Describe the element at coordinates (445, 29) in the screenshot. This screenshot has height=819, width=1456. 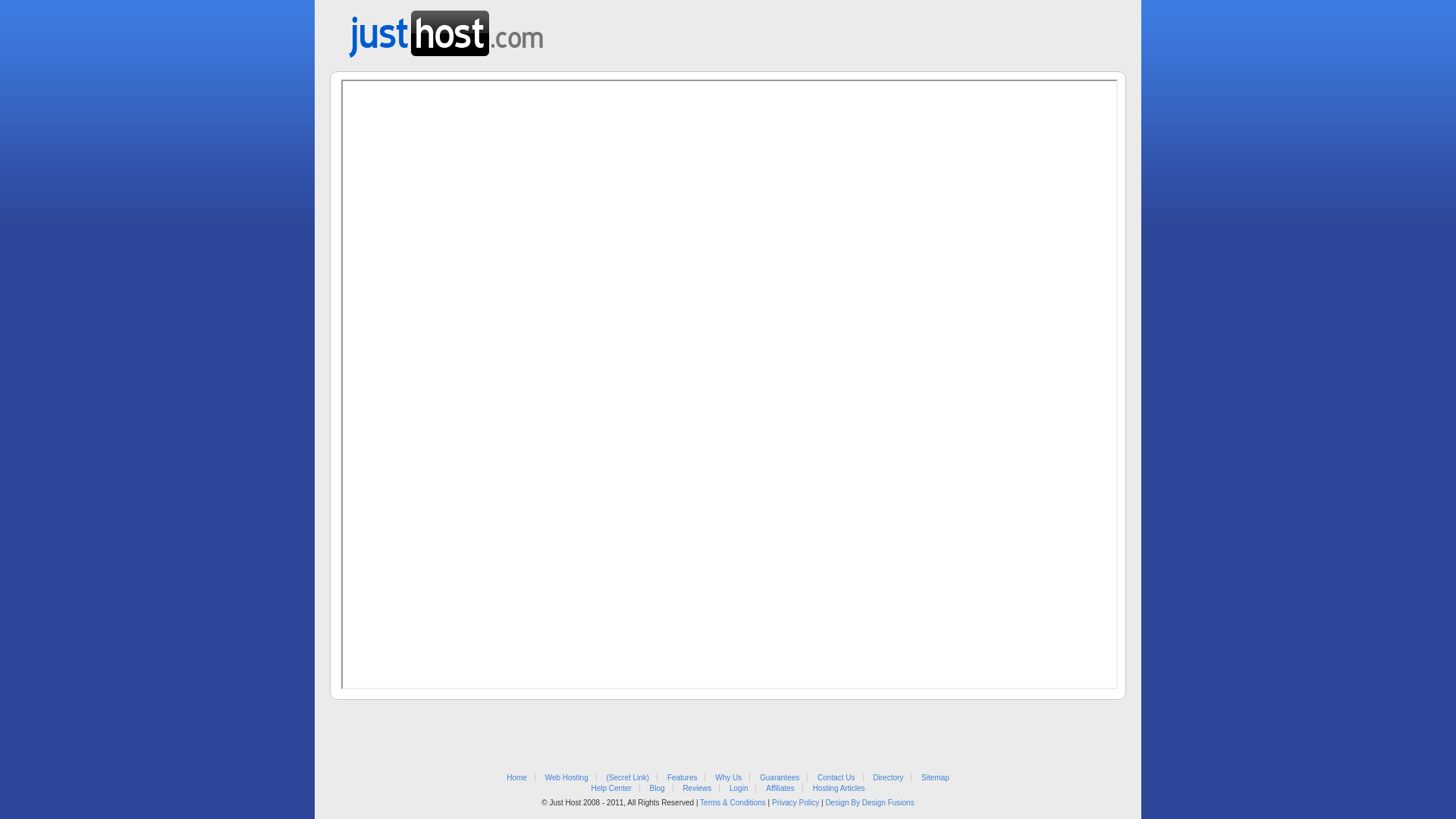
I see `'Web Hosting from Just Host'` at that location.